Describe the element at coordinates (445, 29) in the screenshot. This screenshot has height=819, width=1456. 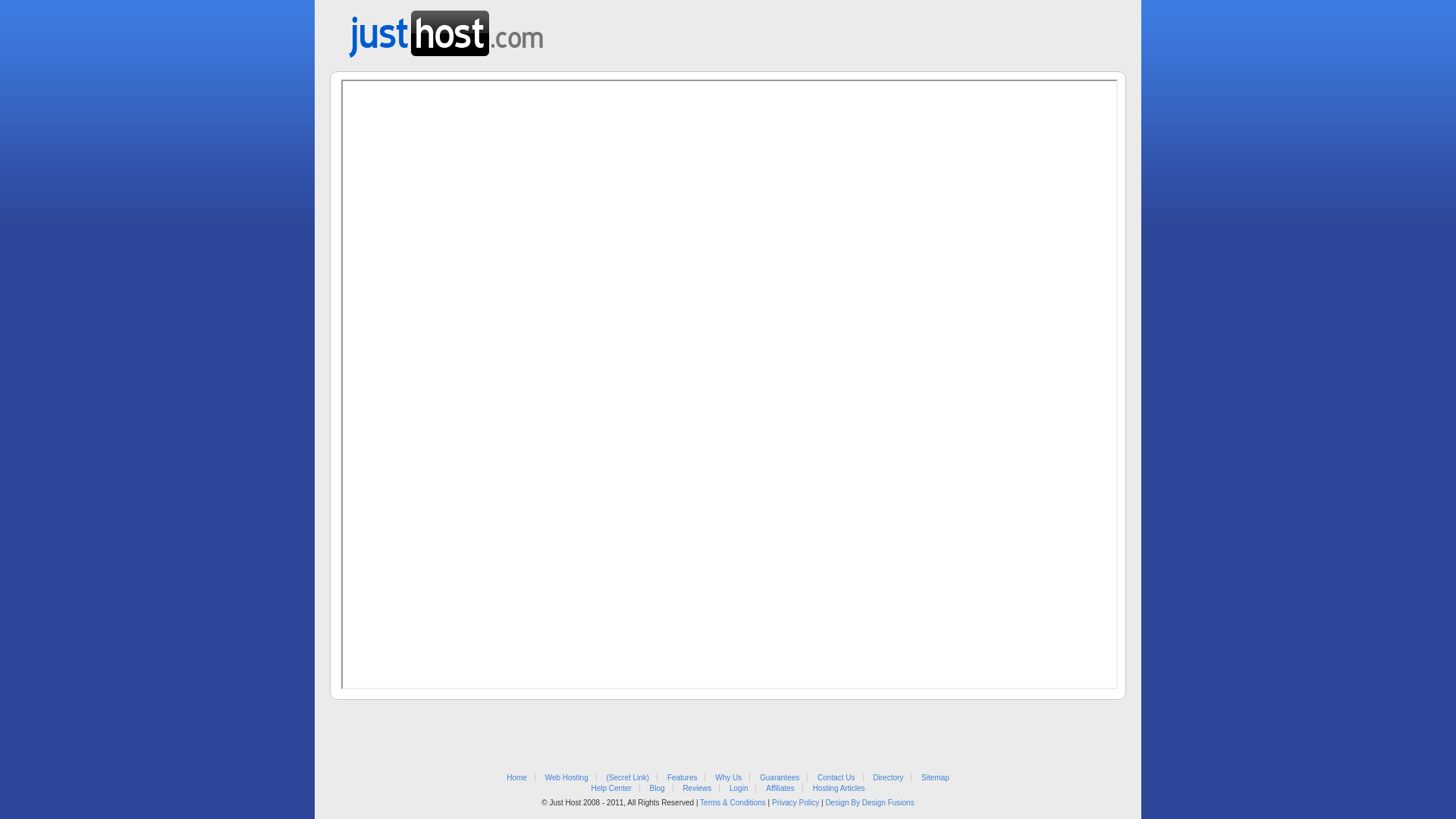
I see `'Web Hosting from Just Host'` at that location.